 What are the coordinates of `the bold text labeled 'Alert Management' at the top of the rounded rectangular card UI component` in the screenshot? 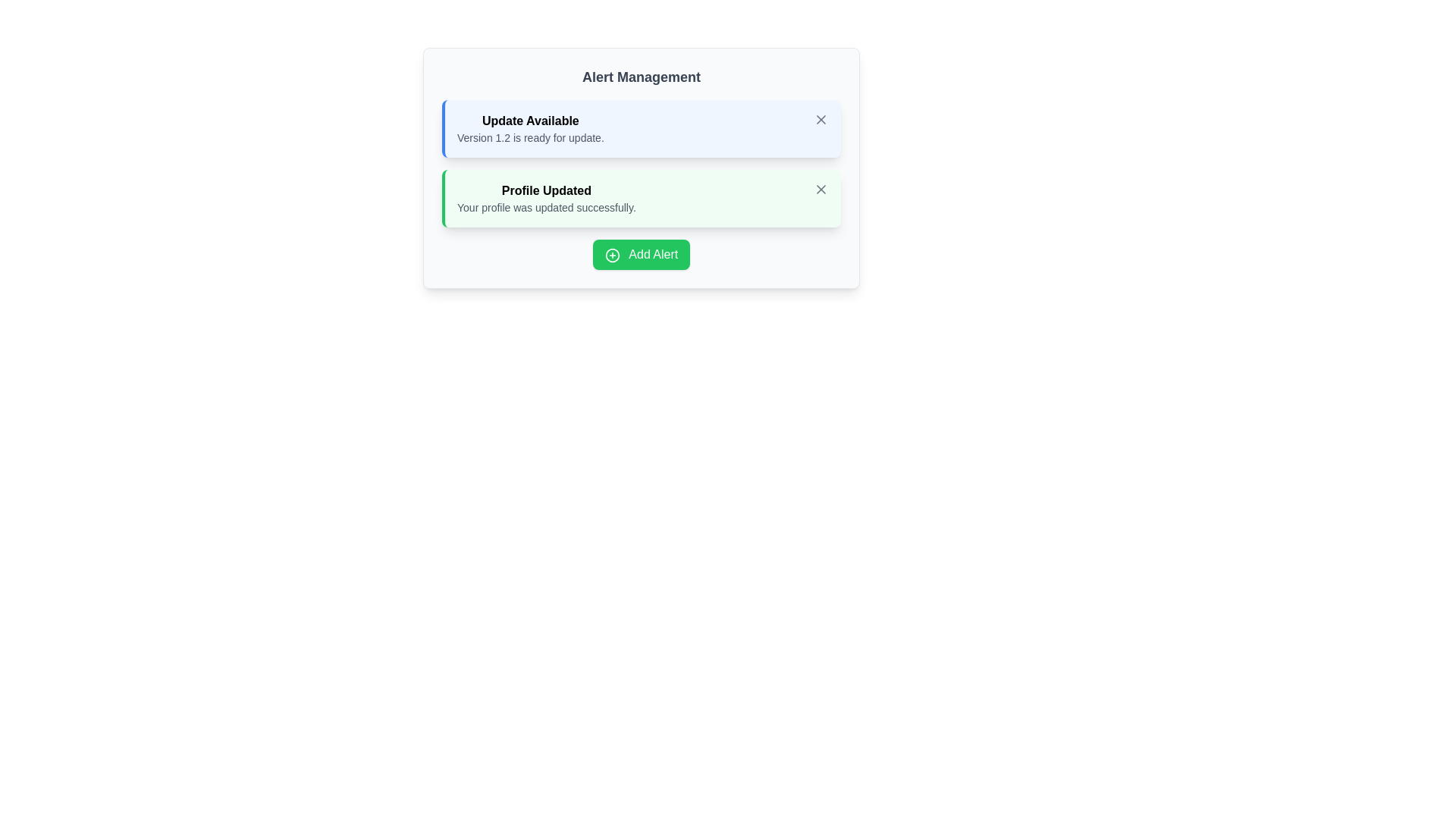 It's located at (641, 77).